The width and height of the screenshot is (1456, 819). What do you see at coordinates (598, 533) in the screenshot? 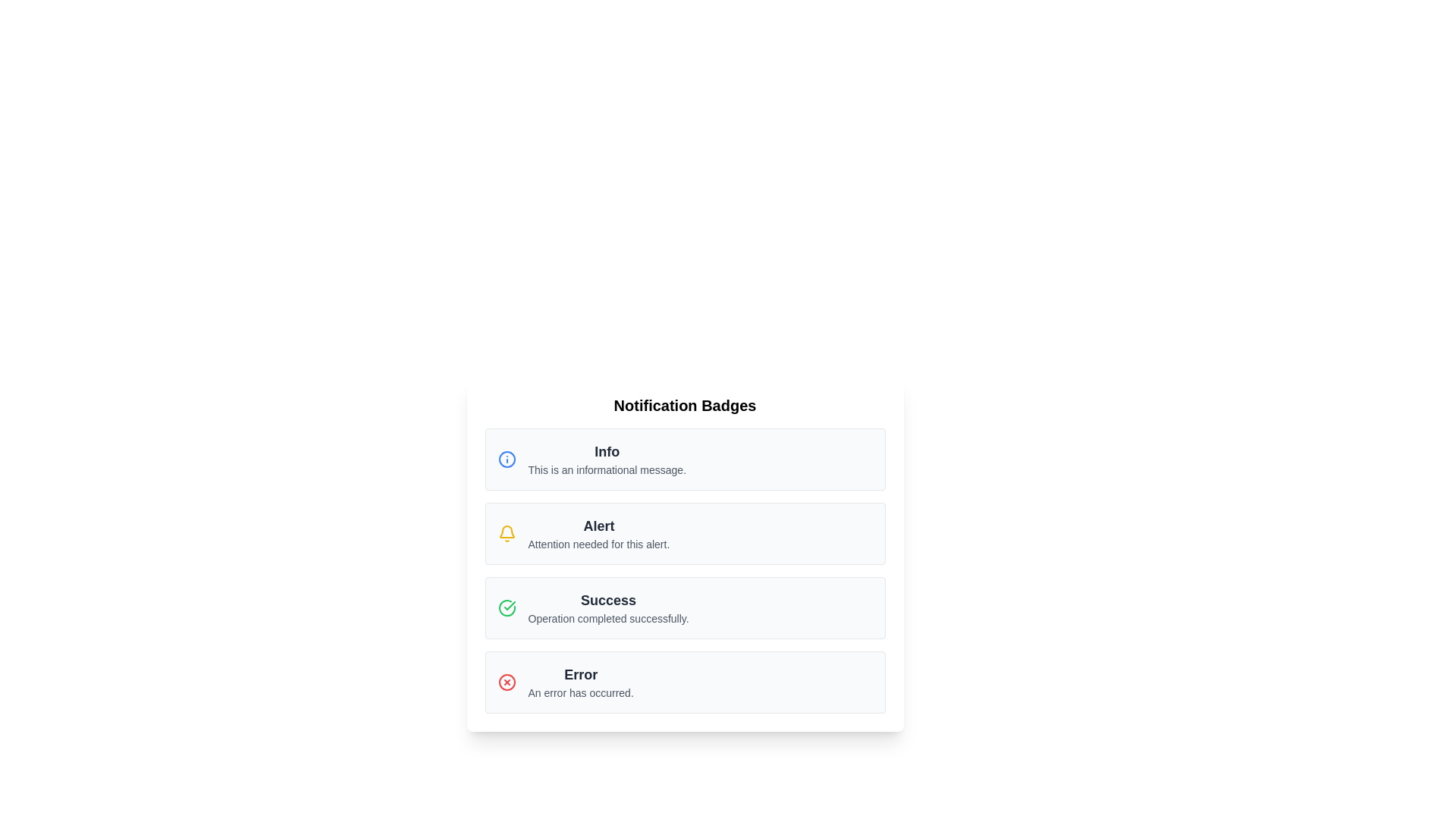
I see `the text display component featuring a bolded title 'Alert' and descriptive text 'Attention needed for this alert.'` at bounding box center [598, 533].